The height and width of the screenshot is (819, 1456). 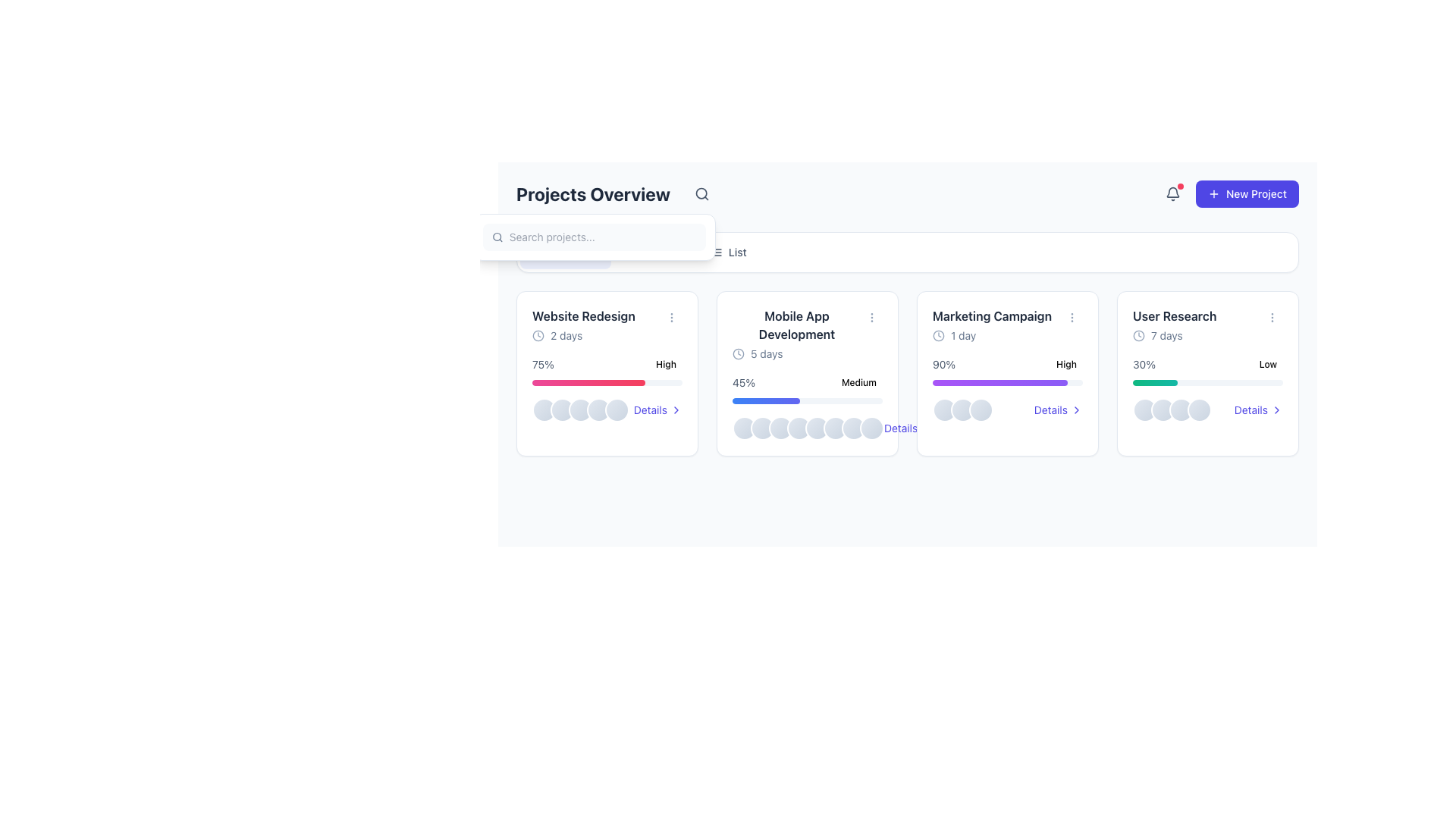 I want to click on the 'Medium' priority badge located on the 'Mobile App Development' card, positioned in the bottom right area near the percentage indicator (45%), so click(x=858, y=382).